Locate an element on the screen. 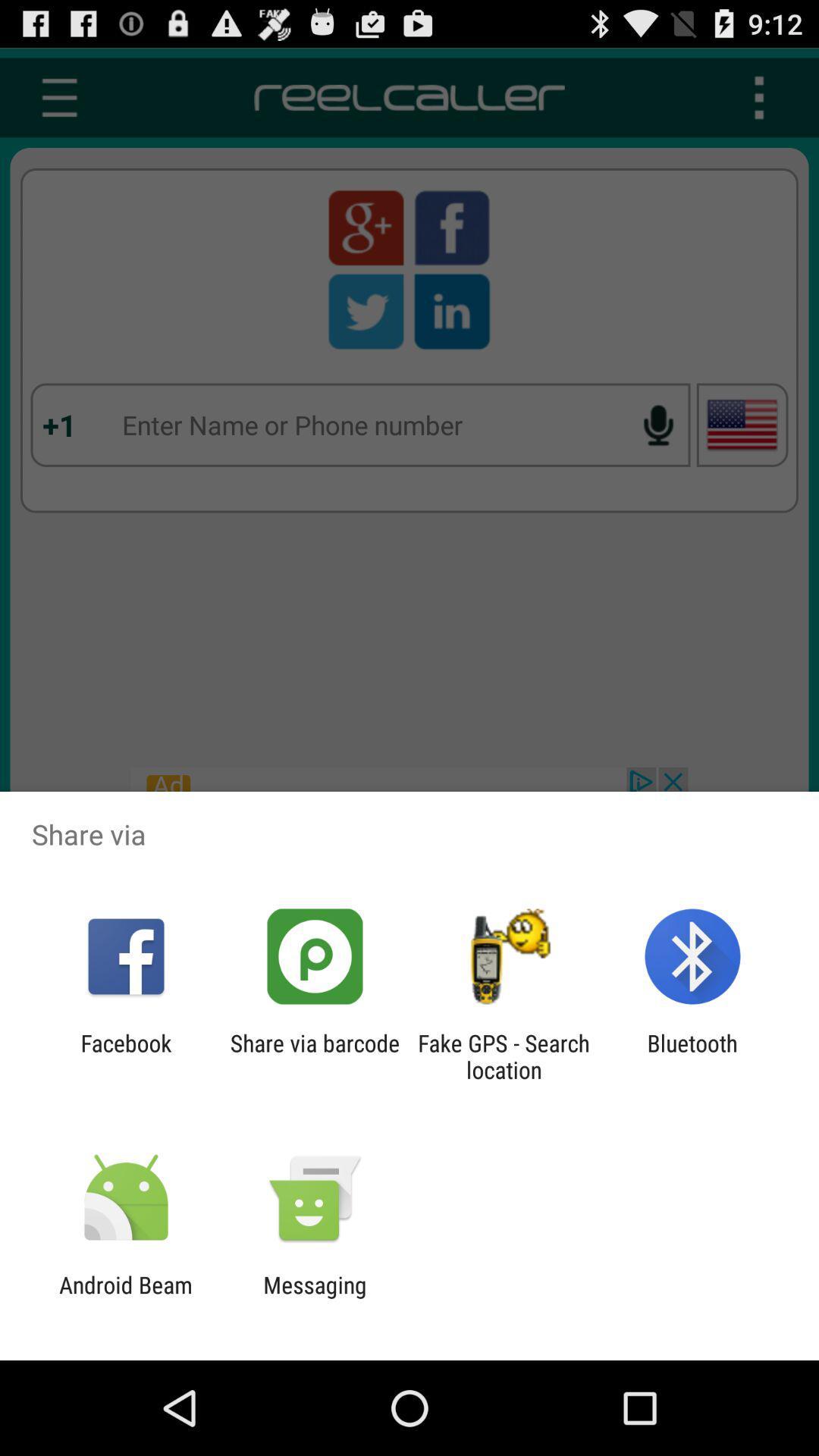  fake gps search is located at coordinates (504, 1056).